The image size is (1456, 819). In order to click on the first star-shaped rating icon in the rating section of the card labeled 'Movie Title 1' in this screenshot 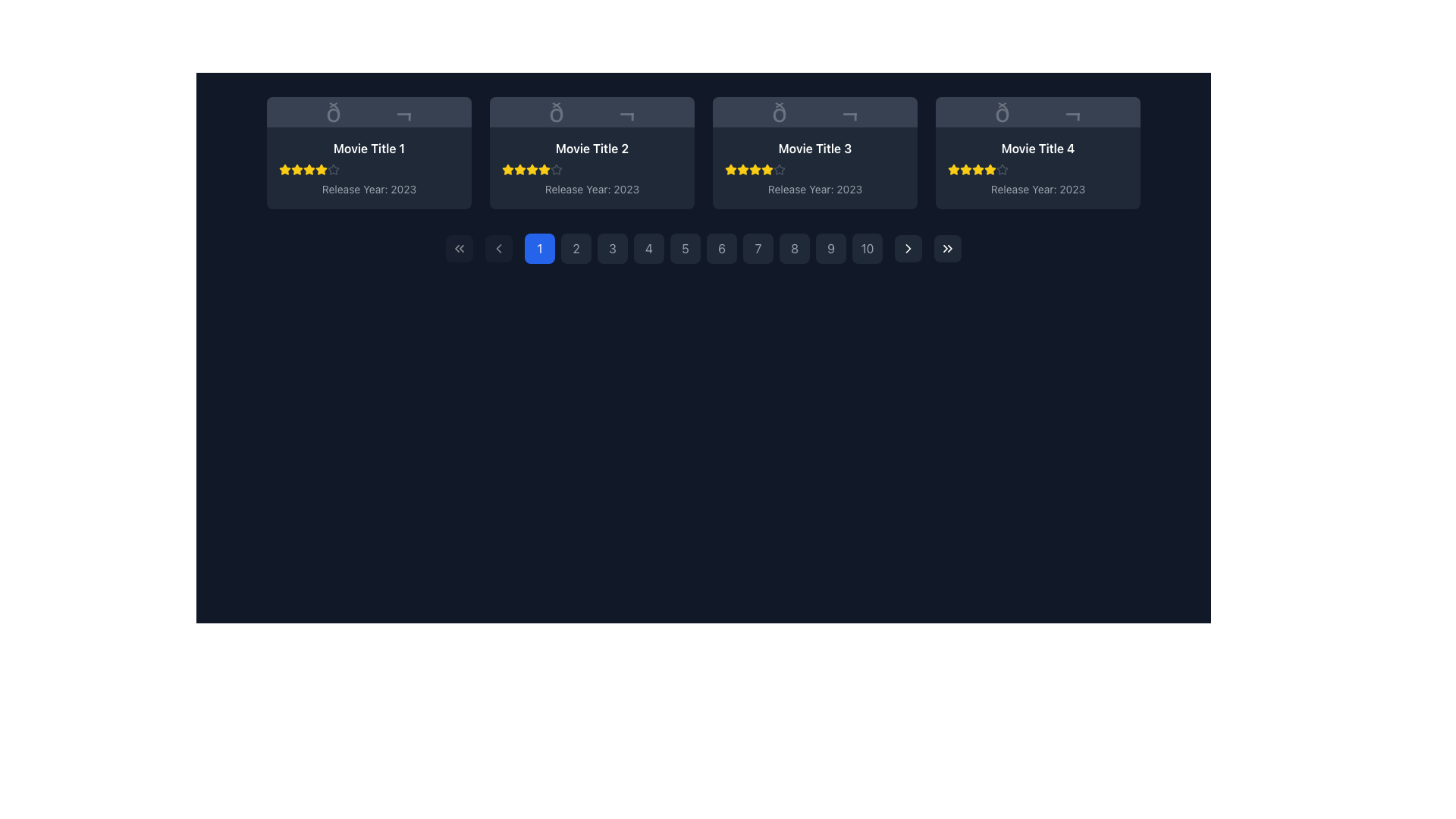, I will do `click(284, 169)`.